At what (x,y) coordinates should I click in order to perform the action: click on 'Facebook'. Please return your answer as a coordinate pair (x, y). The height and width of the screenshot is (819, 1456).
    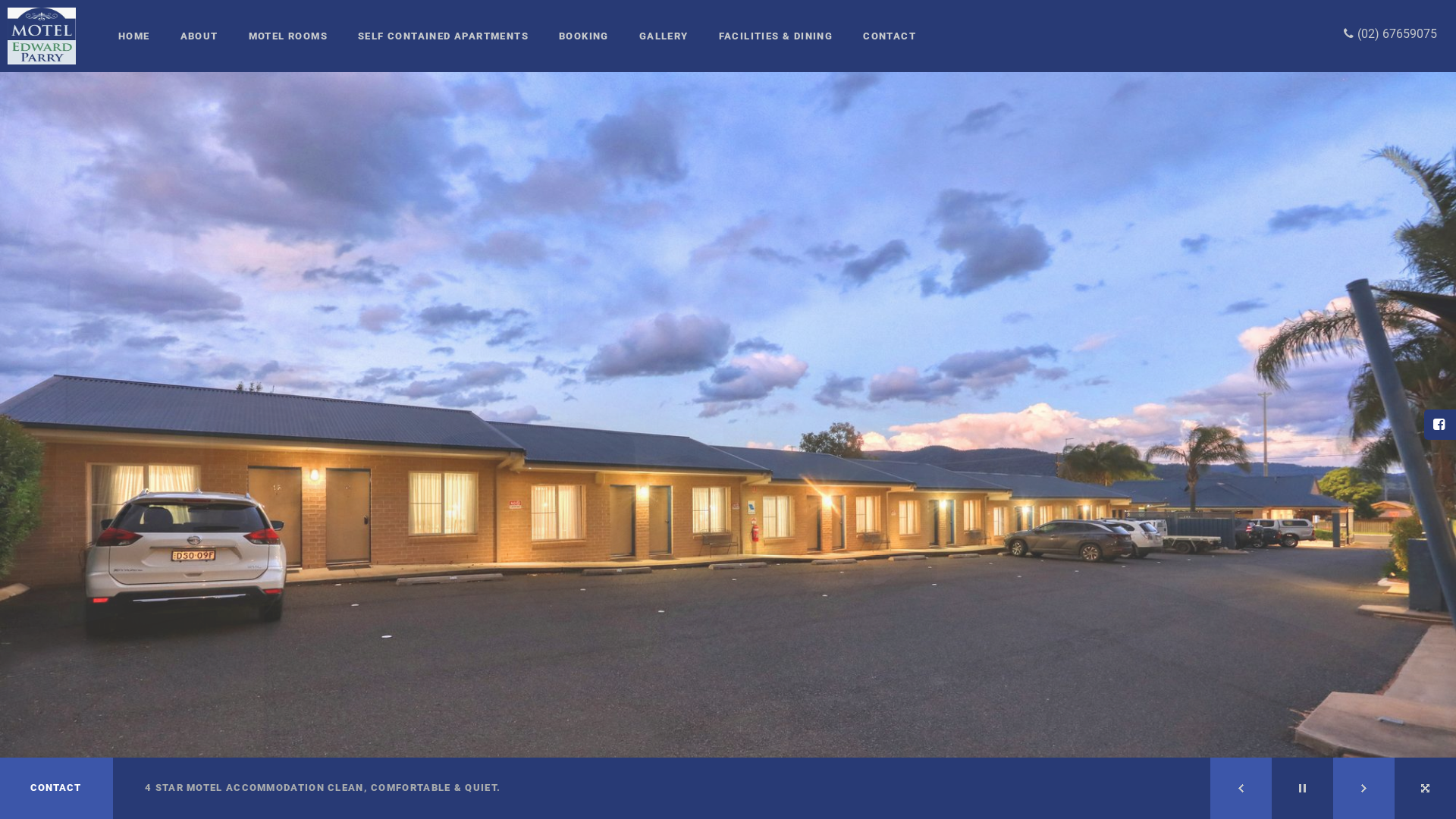
    Looking at the image, I should click on (1440, 424).